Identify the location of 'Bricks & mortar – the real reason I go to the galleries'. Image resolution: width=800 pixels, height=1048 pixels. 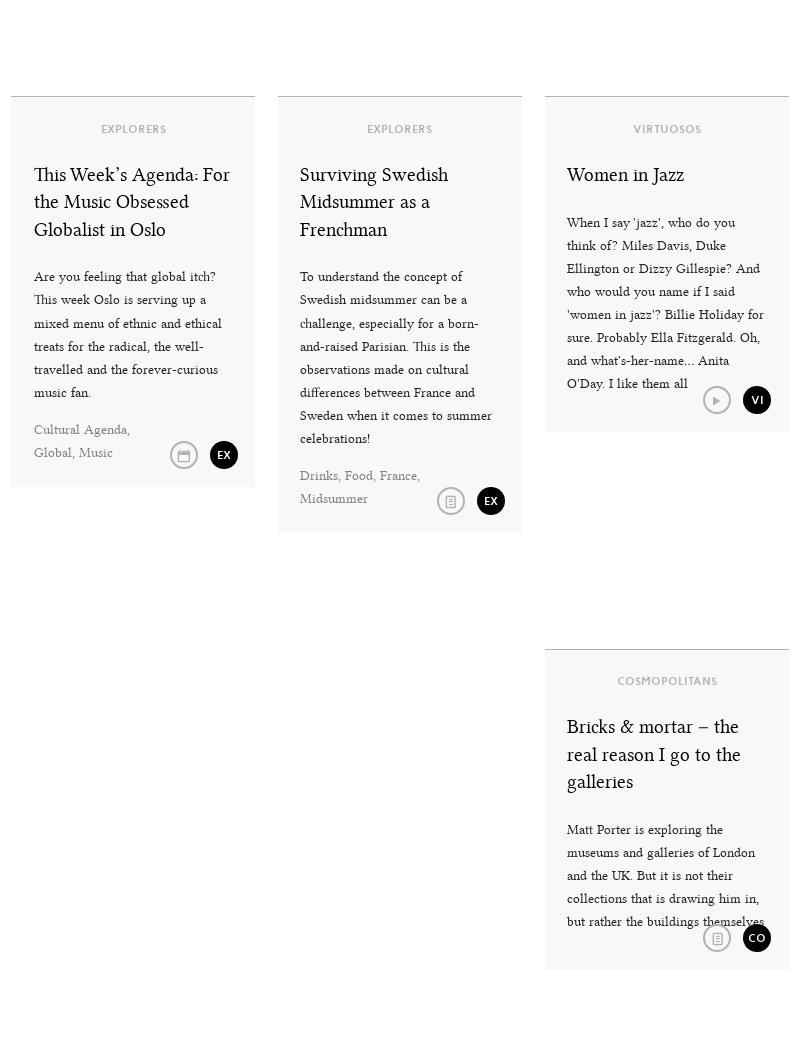
(566, 754).